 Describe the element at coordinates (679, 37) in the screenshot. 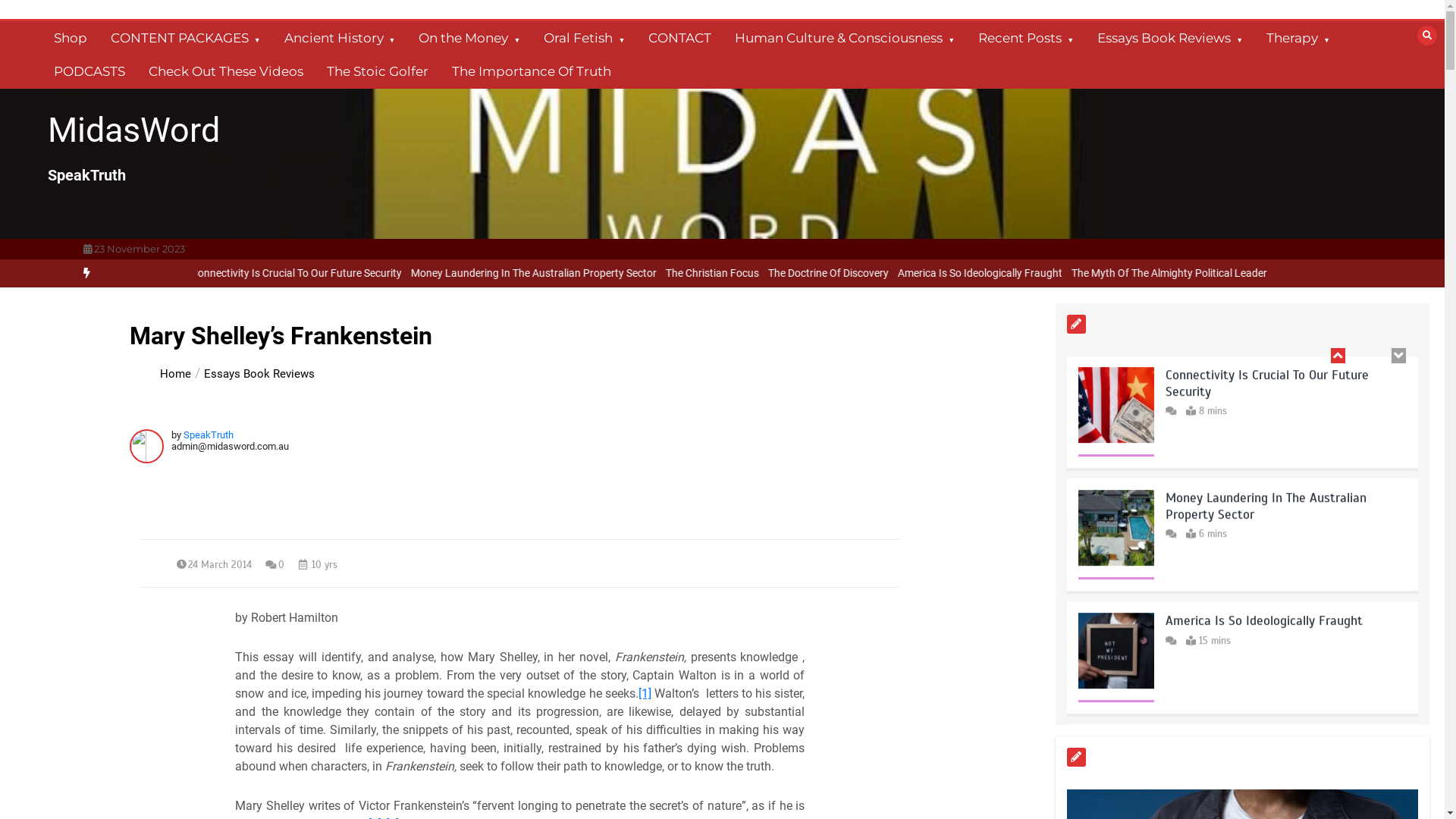

I see `'CONTACT'` at that location.